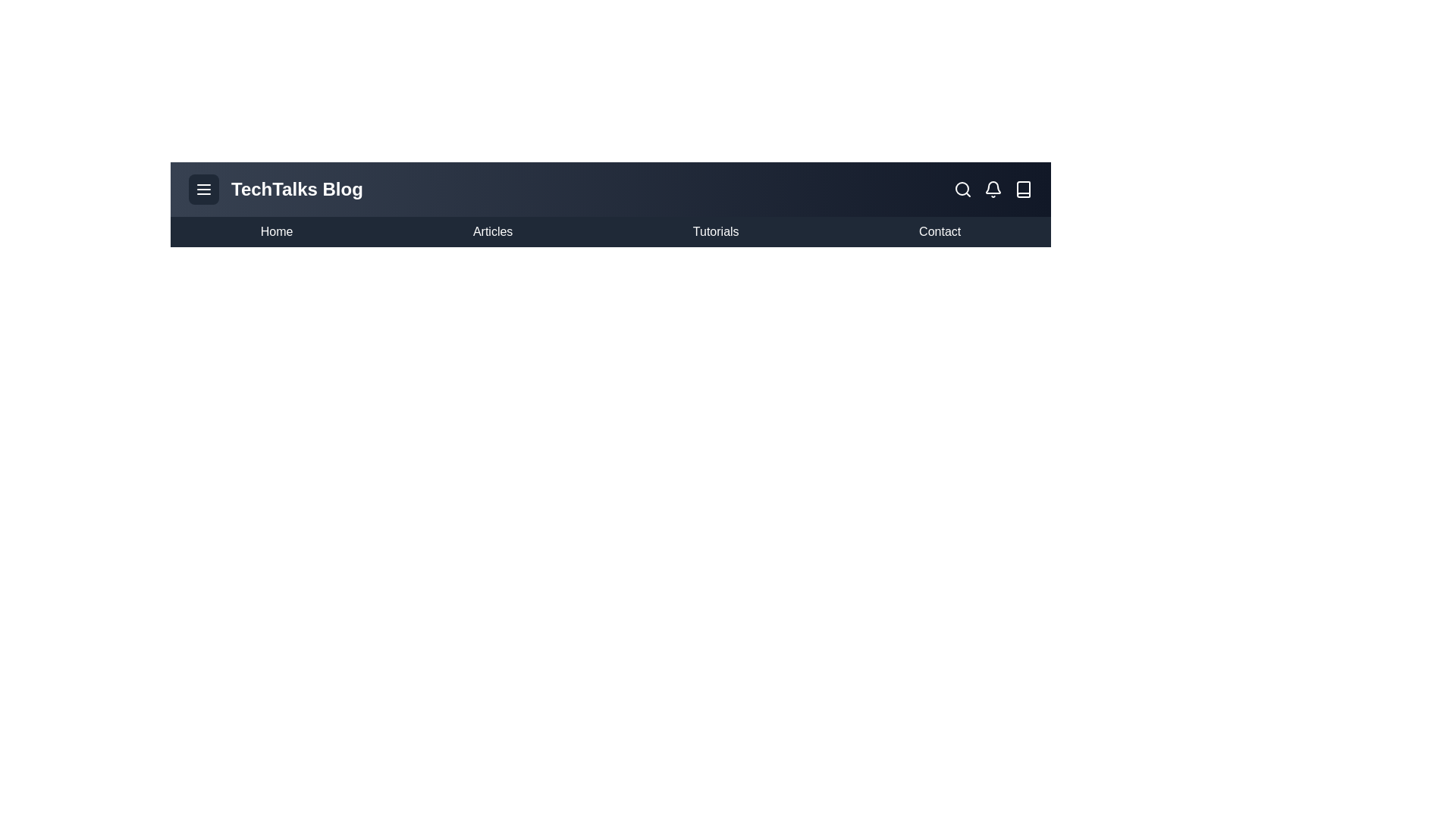 Image resolution: width=1456 pixels, height=819 pixels. I want to click on the menu item Articles from the BlogAppBar, so click(492, 231).